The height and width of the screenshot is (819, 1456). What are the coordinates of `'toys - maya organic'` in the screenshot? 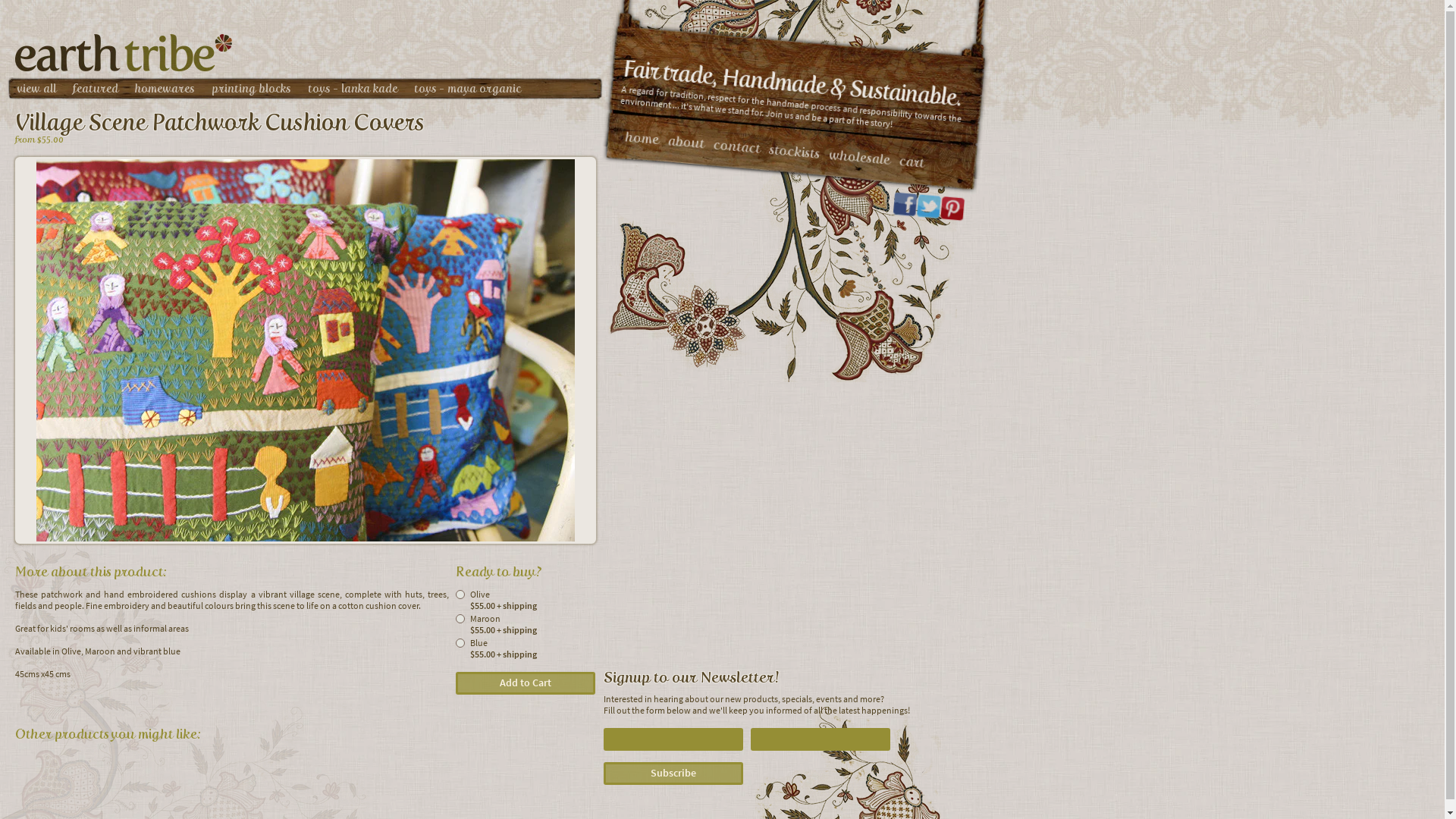 It's located at (466, 88).